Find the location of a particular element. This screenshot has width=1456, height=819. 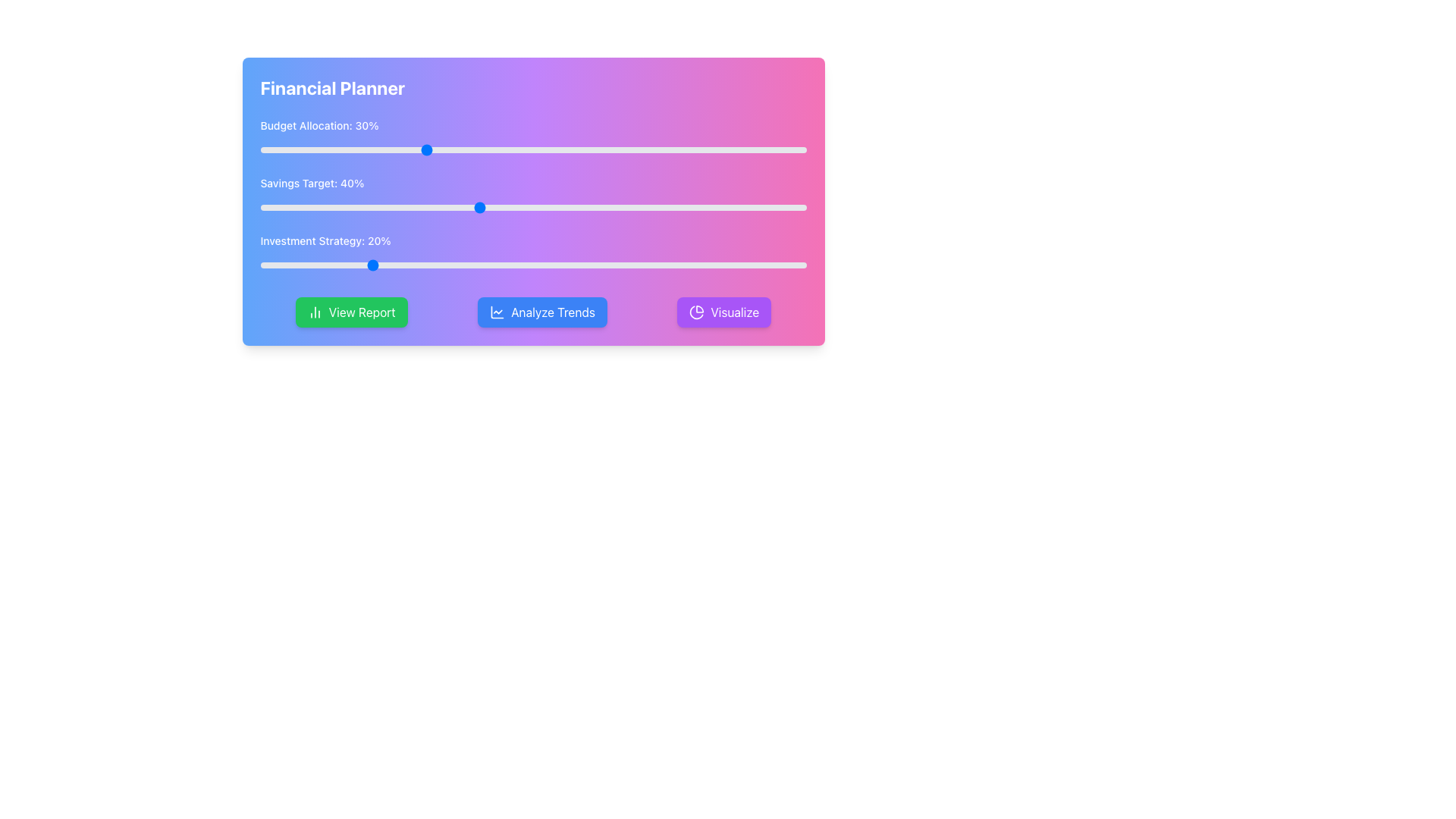

the report icon located at the leftmost part of the green button labeled 'View Report' on the bottom left of the colorful card component is located at coordinates (314, 312).